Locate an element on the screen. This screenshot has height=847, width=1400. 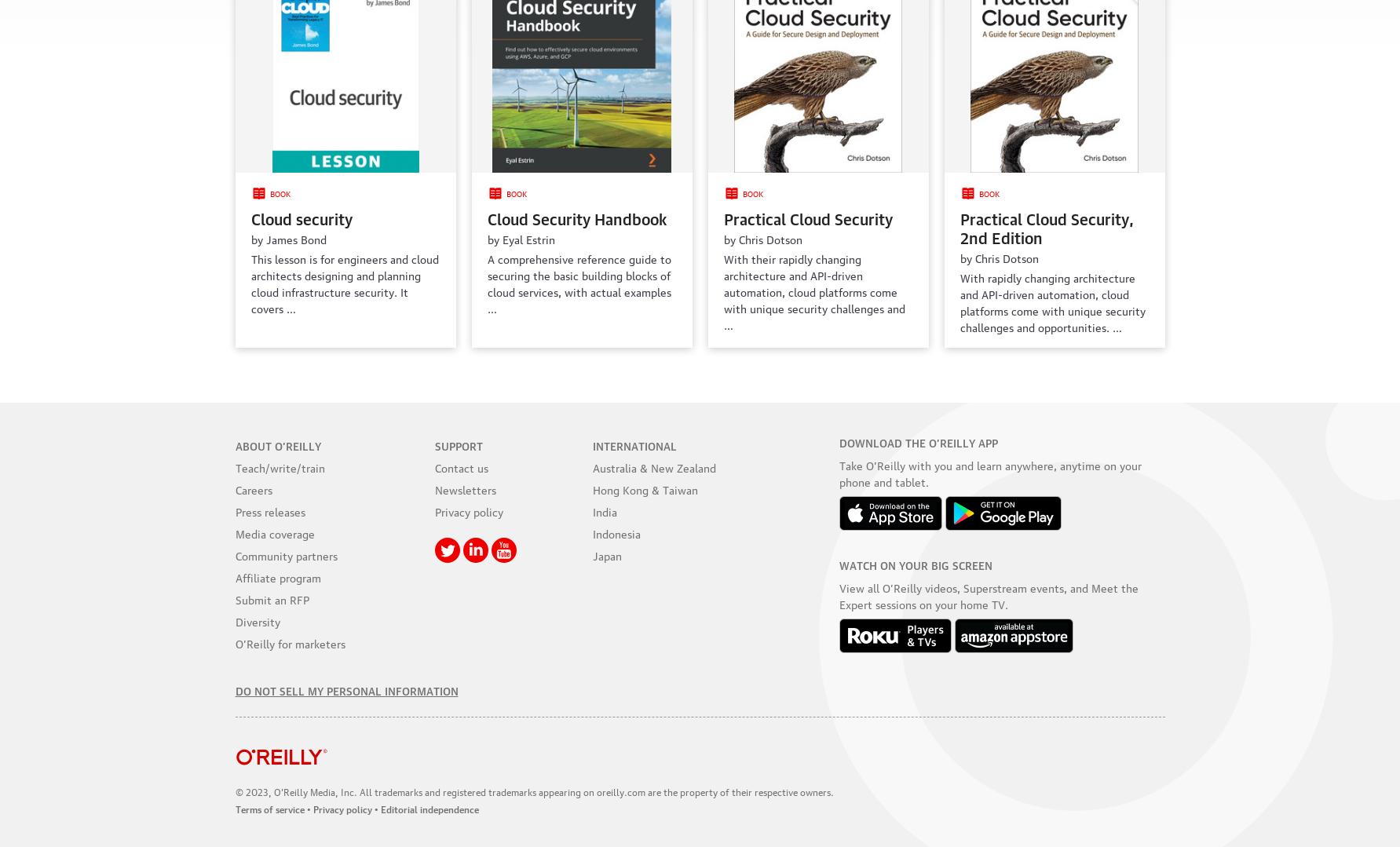
'Diversity' is located at coordinates (234, 620).